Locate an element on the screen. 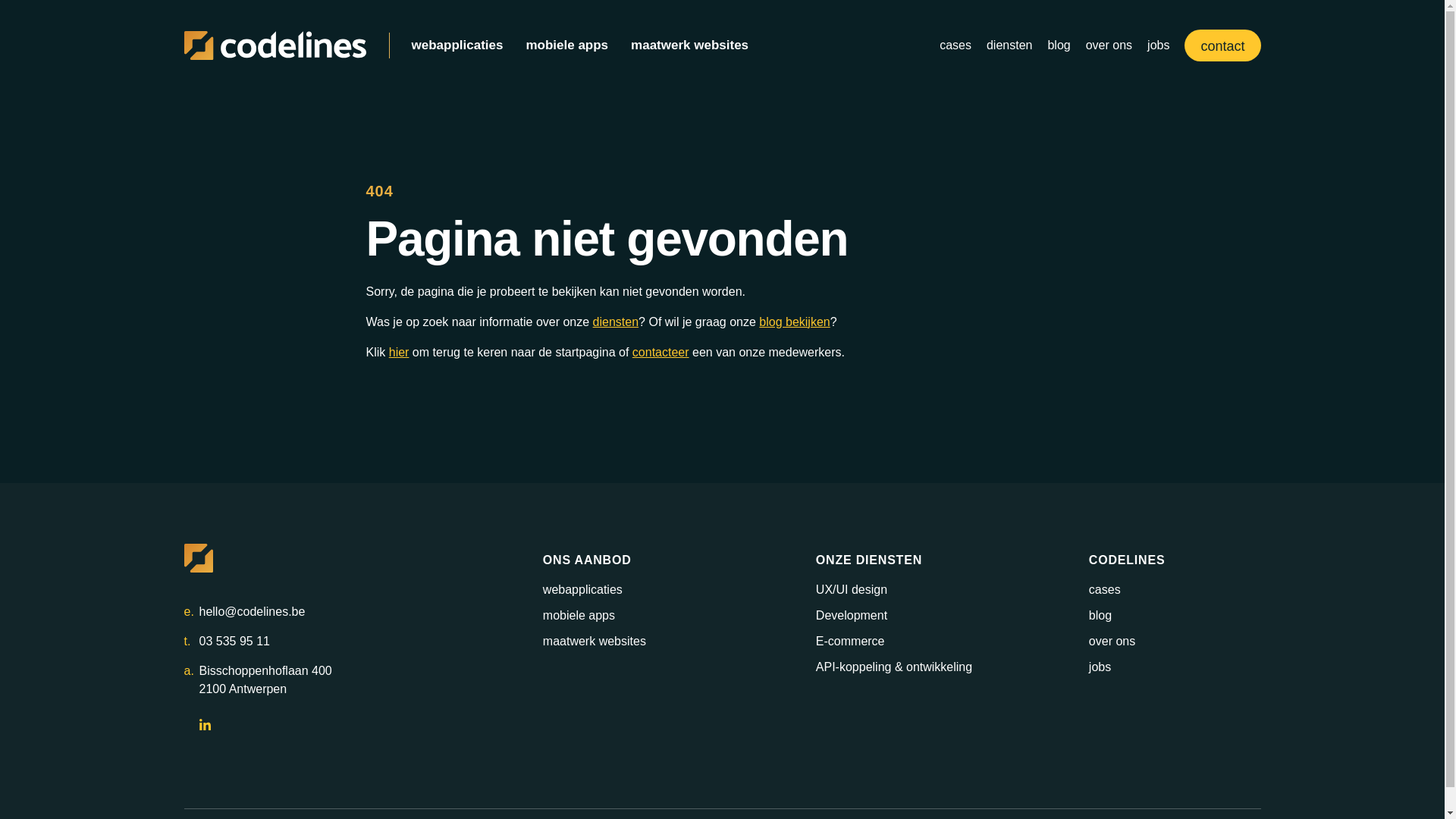  'blog bekijken' is located at coordinates (759, 321).